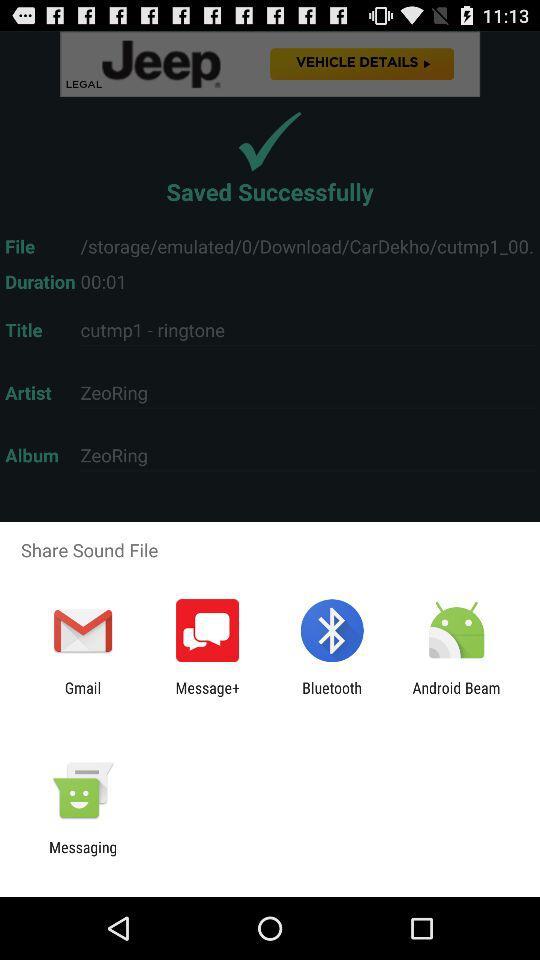 The image size is (540, 960). I want to click on app next to the android beam, so click(332, 696).